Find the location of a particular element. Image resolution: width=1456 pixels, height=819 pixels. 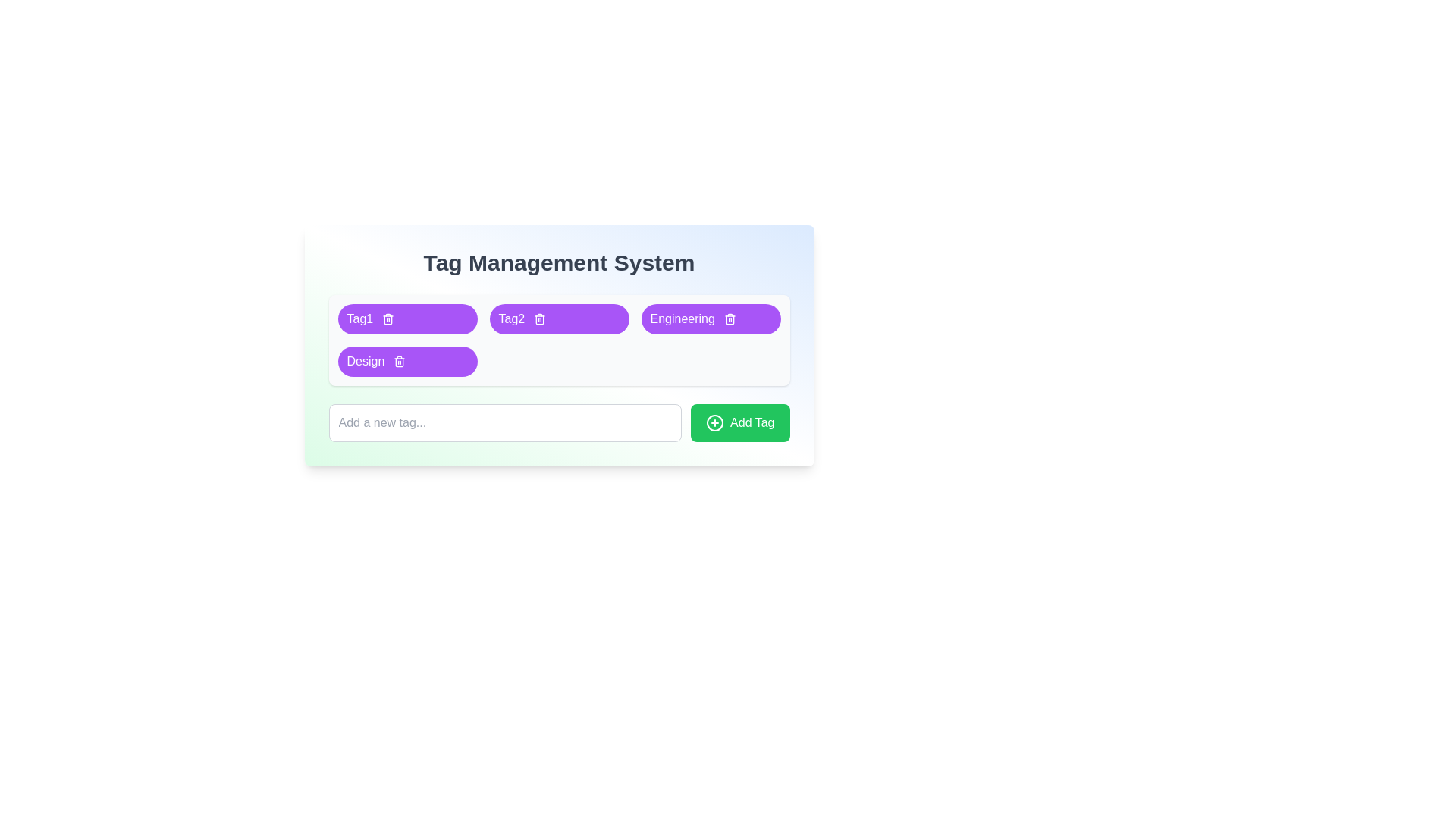

the graphical UI component that represents the addition function, which serves as the background for the 'Add Tag' button located on the right side of the interface is located at coordinates (714, 423).